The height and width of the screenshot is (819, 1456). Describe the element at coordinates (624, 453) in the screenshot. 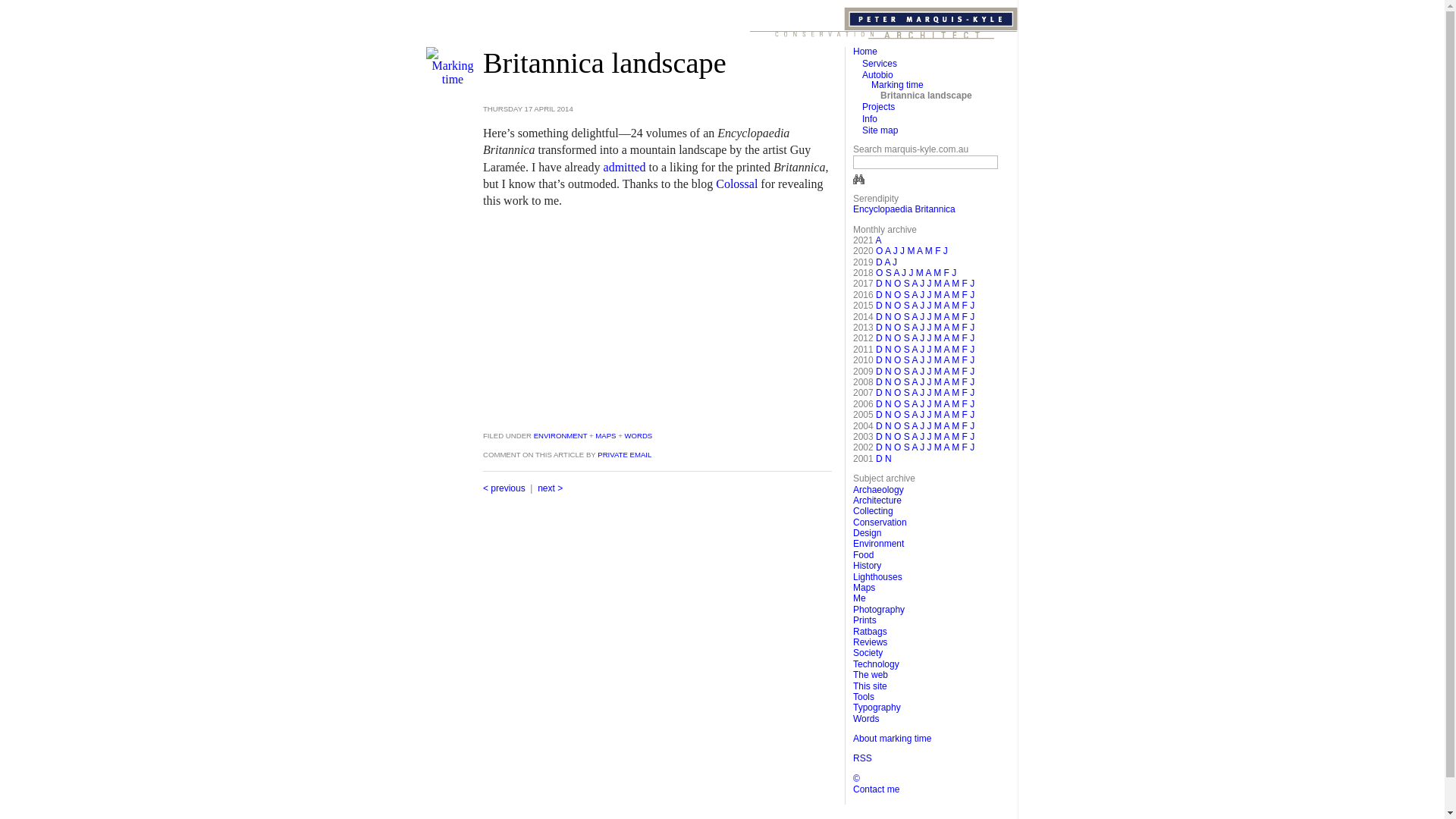

I see `'PRIVATE EMAIL'` at that location.